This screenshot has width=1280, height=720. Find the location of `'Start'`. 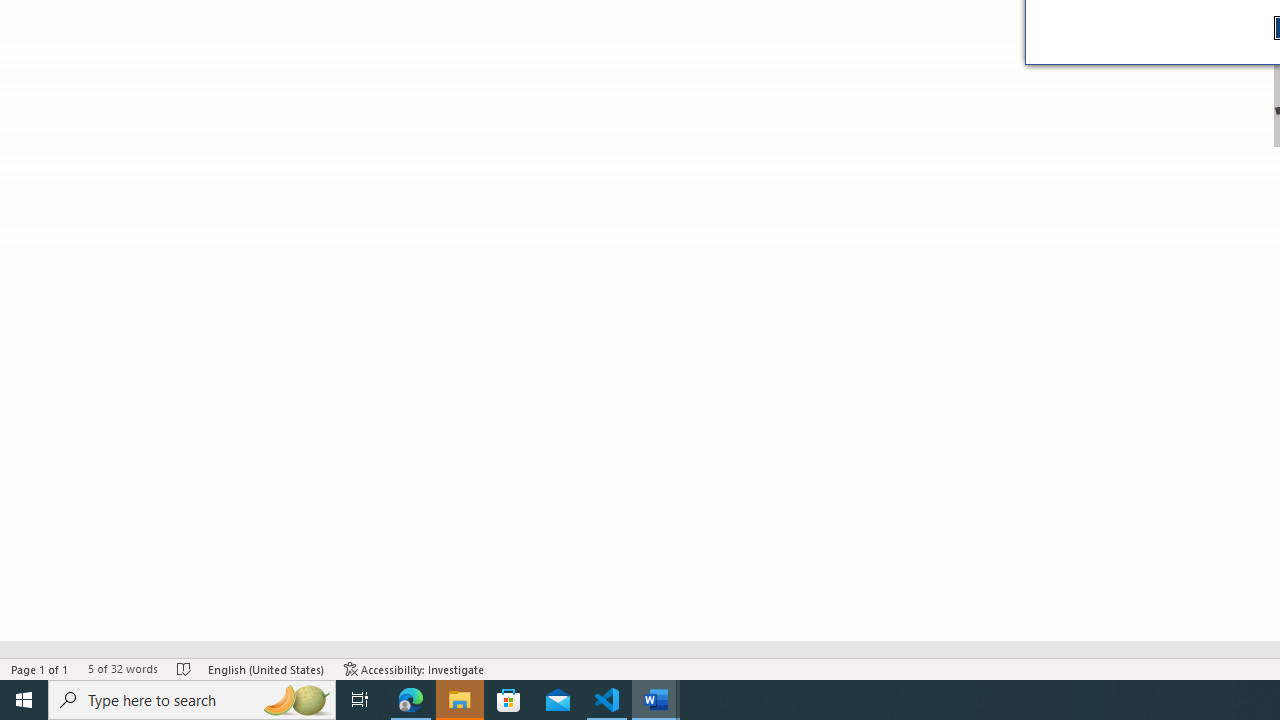

'Start' is located at coordinates (24, 698).